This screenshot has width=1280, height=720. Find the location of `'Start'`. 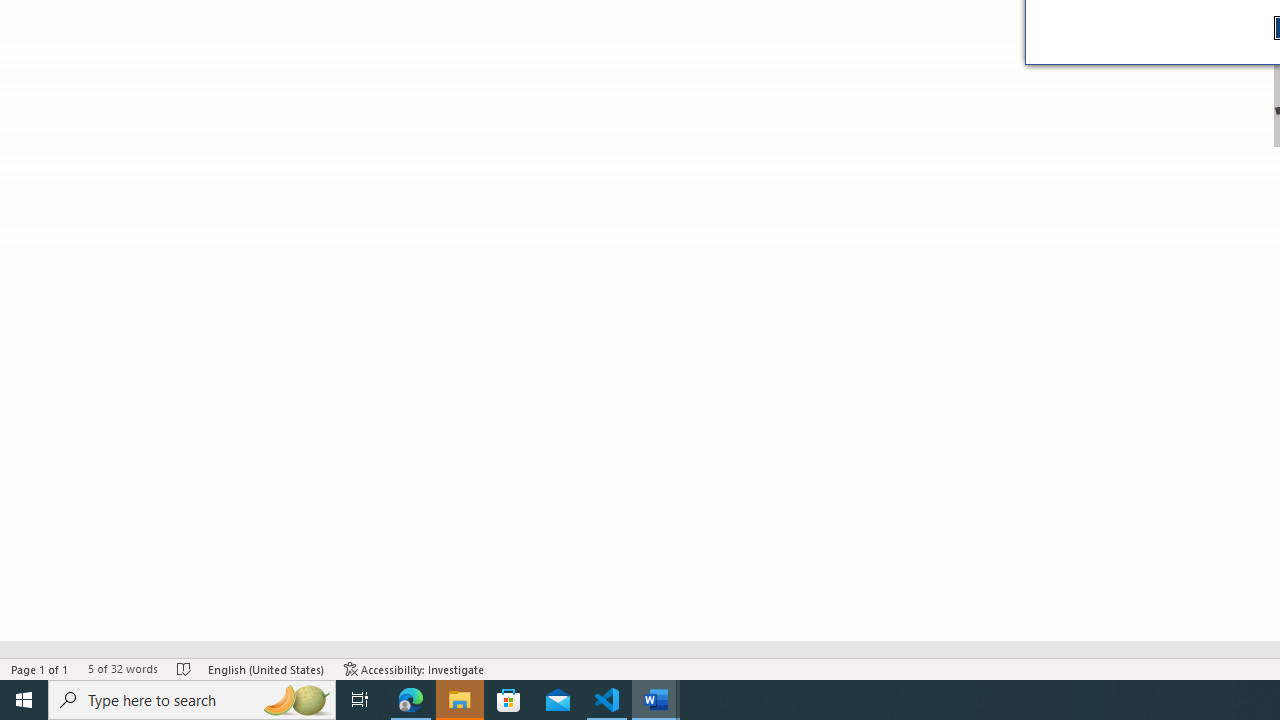

'Start' is located at coordinates (24, 698).